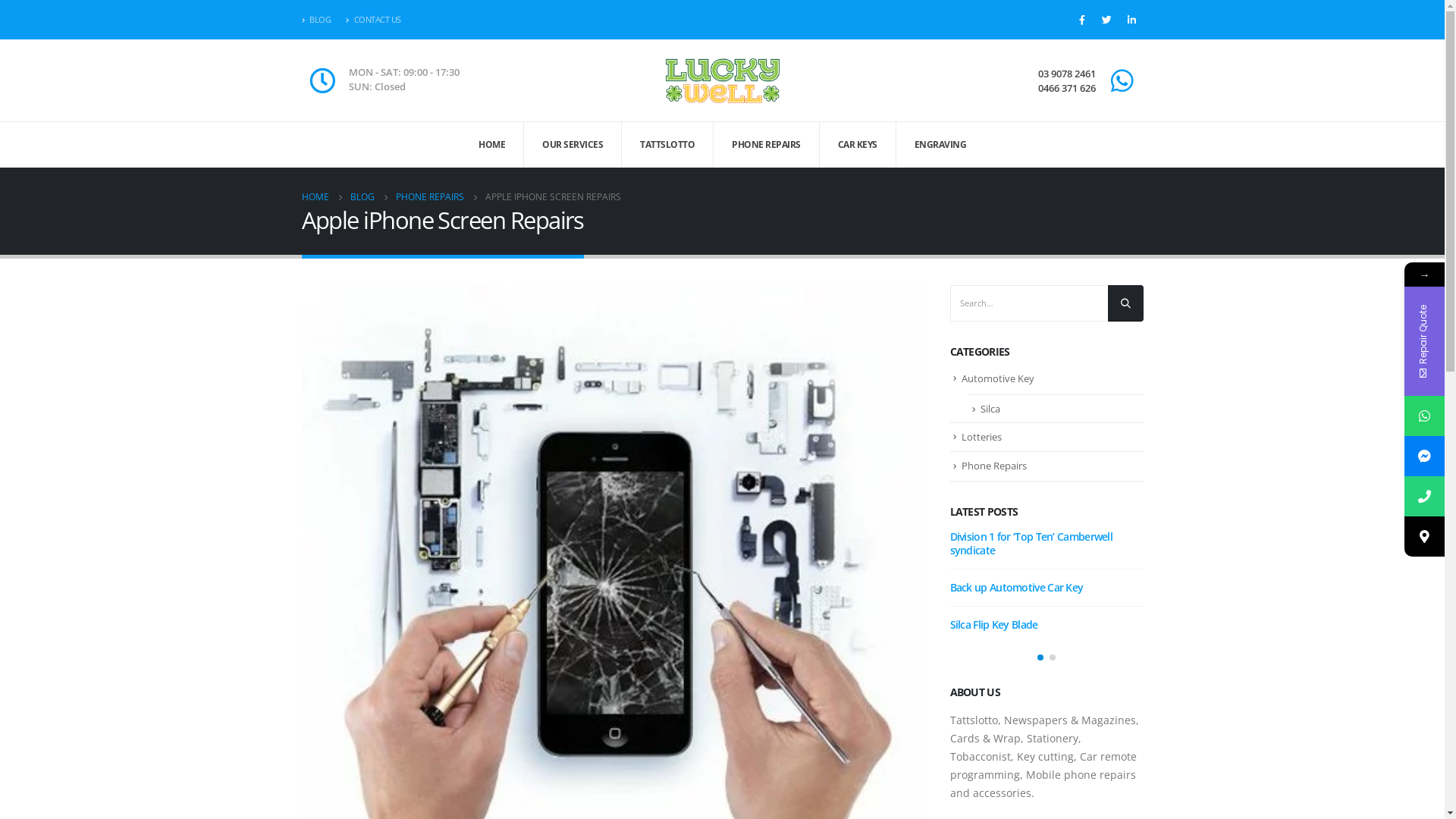 The width and height of the screenshot is (1456, 819). What do you see at coordinates (818, 145) in the screenshot?
I see `'CAR KEYS'` at bounding box center [818, 145].